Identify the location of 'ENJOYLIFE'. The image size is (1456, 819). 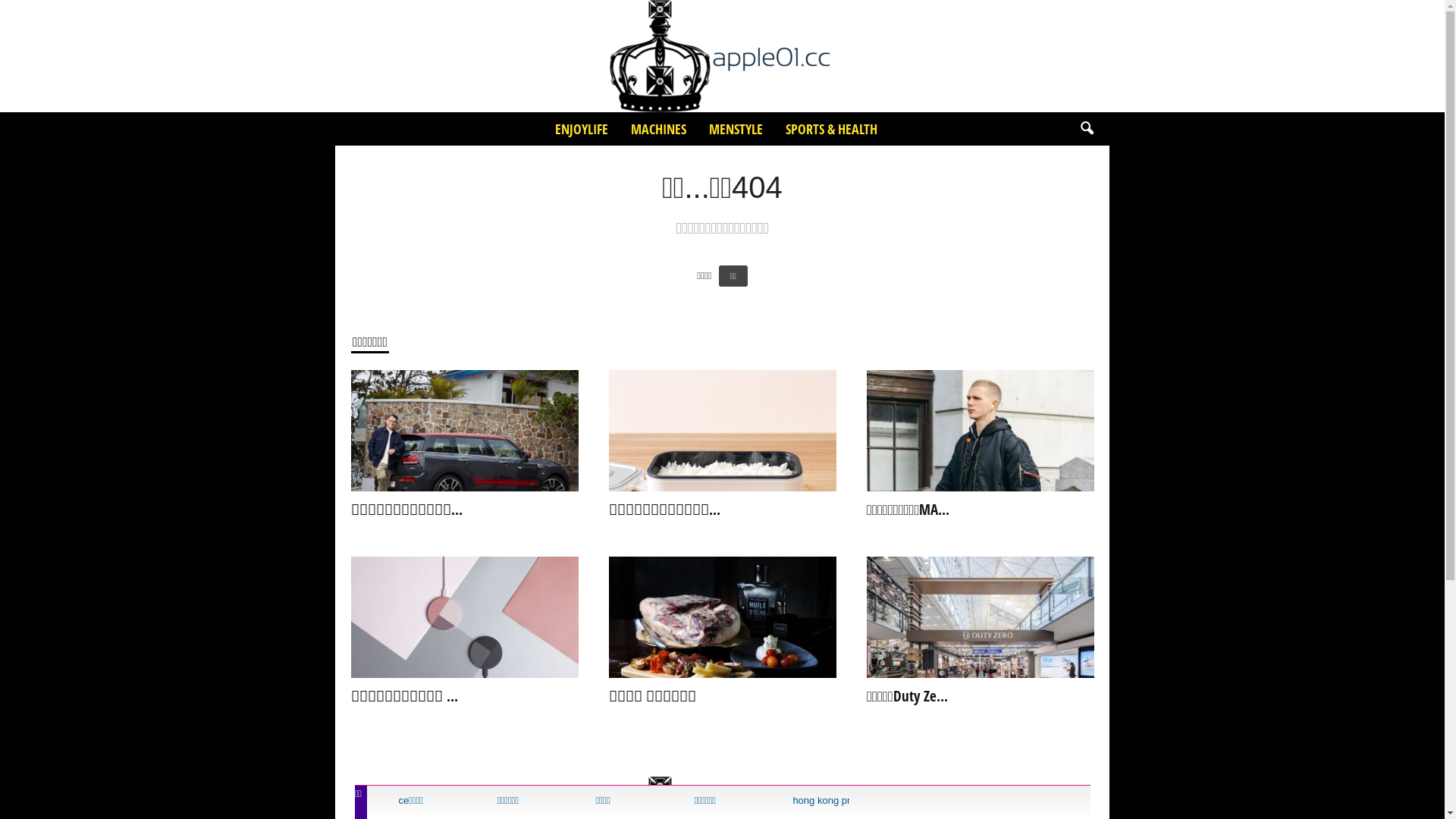
(542, 127).